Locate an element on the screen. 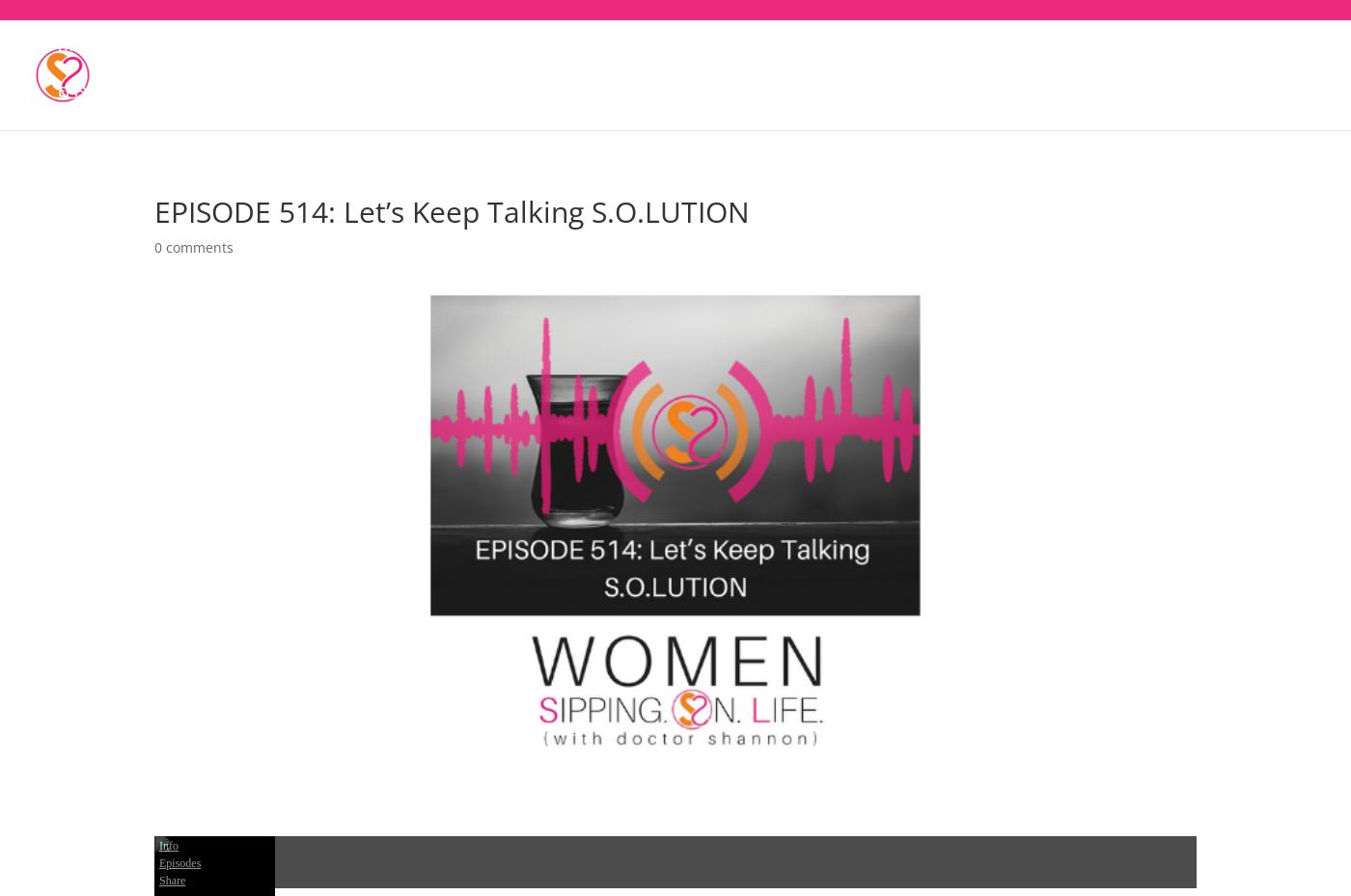 This screenshot has height=896, width=1351. 'EPISODE 514: Let’s Keep Talking S.O.LUTION' is located at coordinates (154, 210).